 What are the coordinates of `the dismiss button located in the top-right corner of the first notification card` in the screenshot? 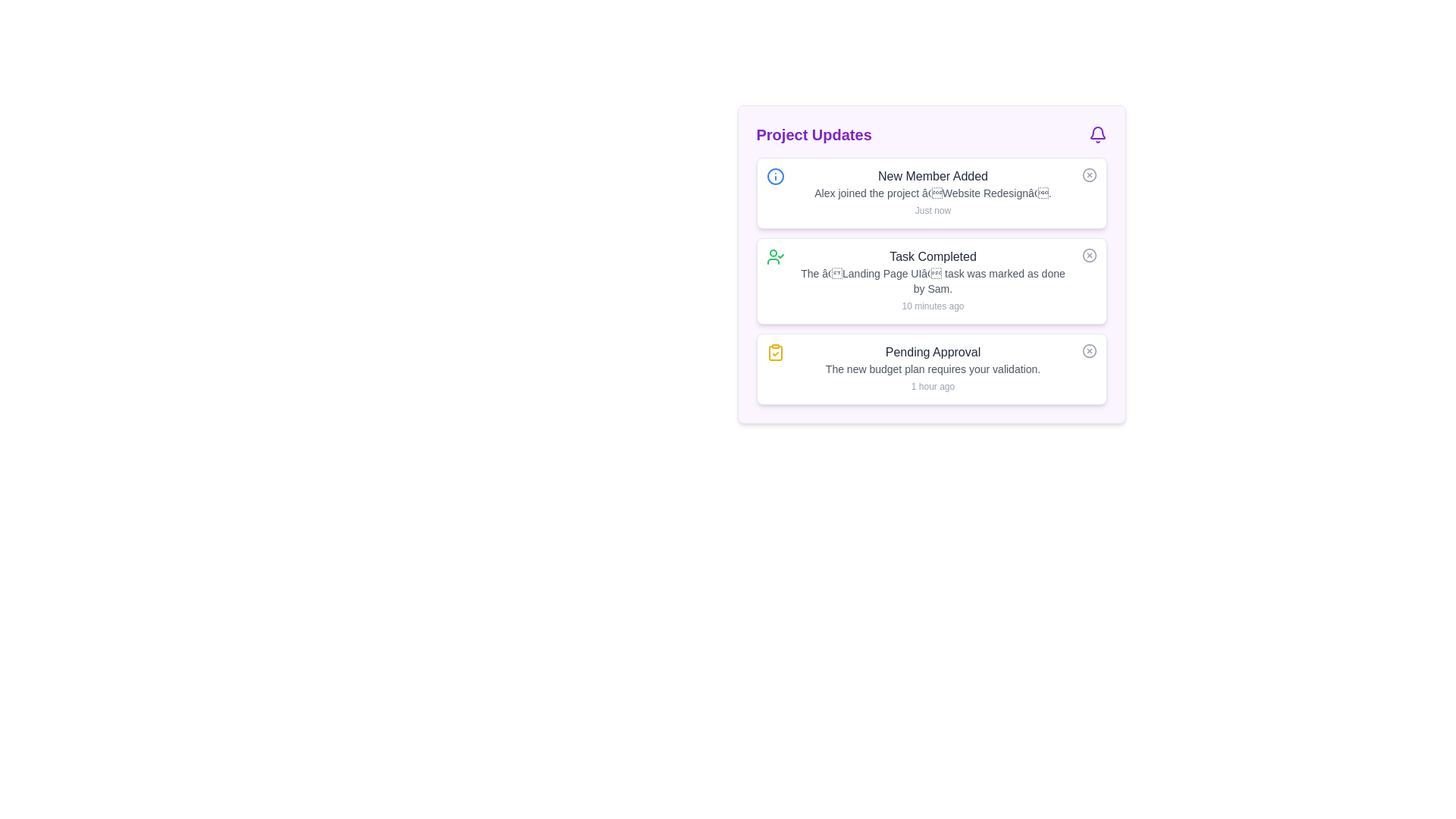 It's located at (1088, 174).